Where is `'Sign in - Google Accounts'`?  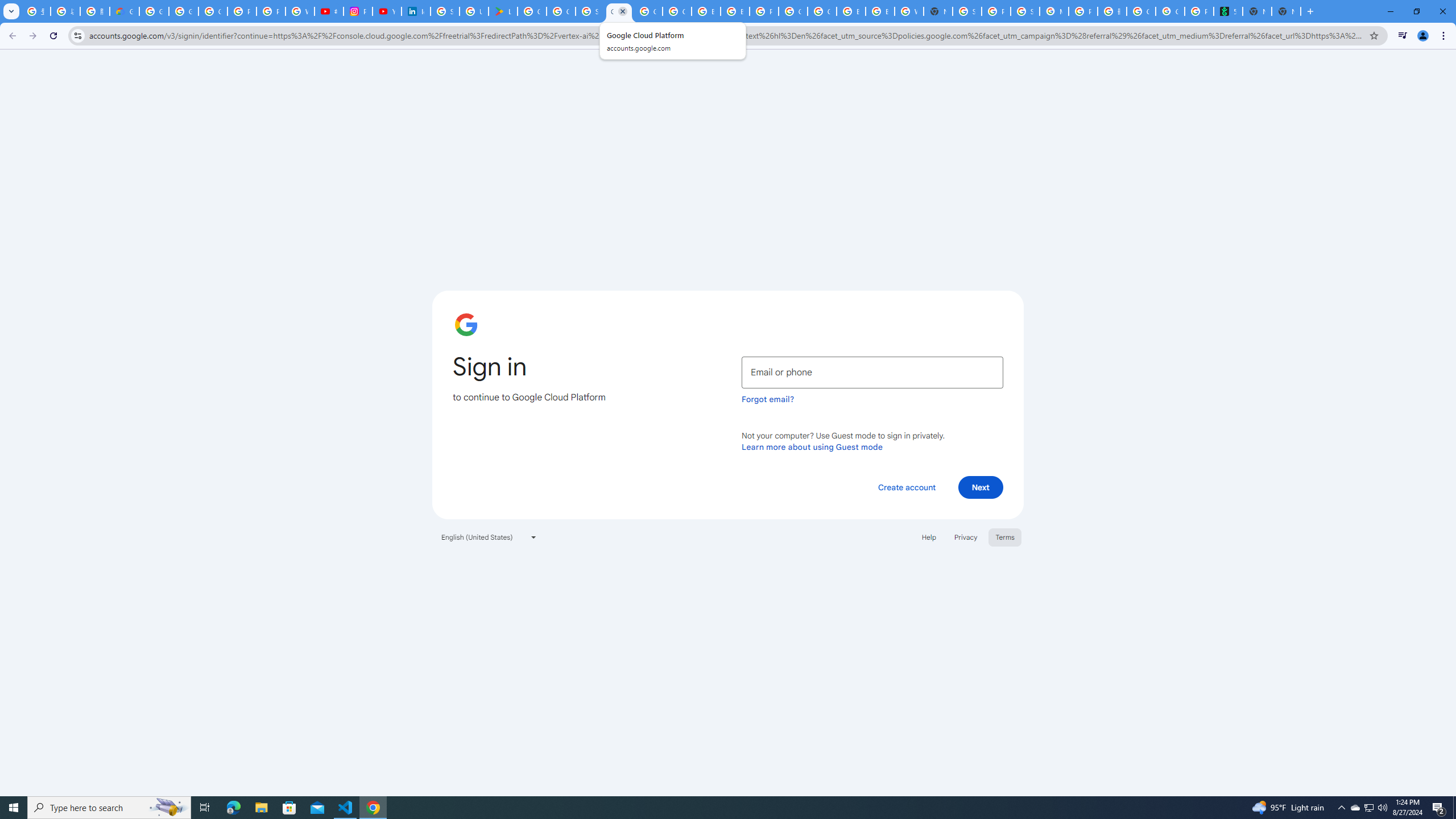
'Sign in - Google Accounts' is located at coordinates (590, 11).